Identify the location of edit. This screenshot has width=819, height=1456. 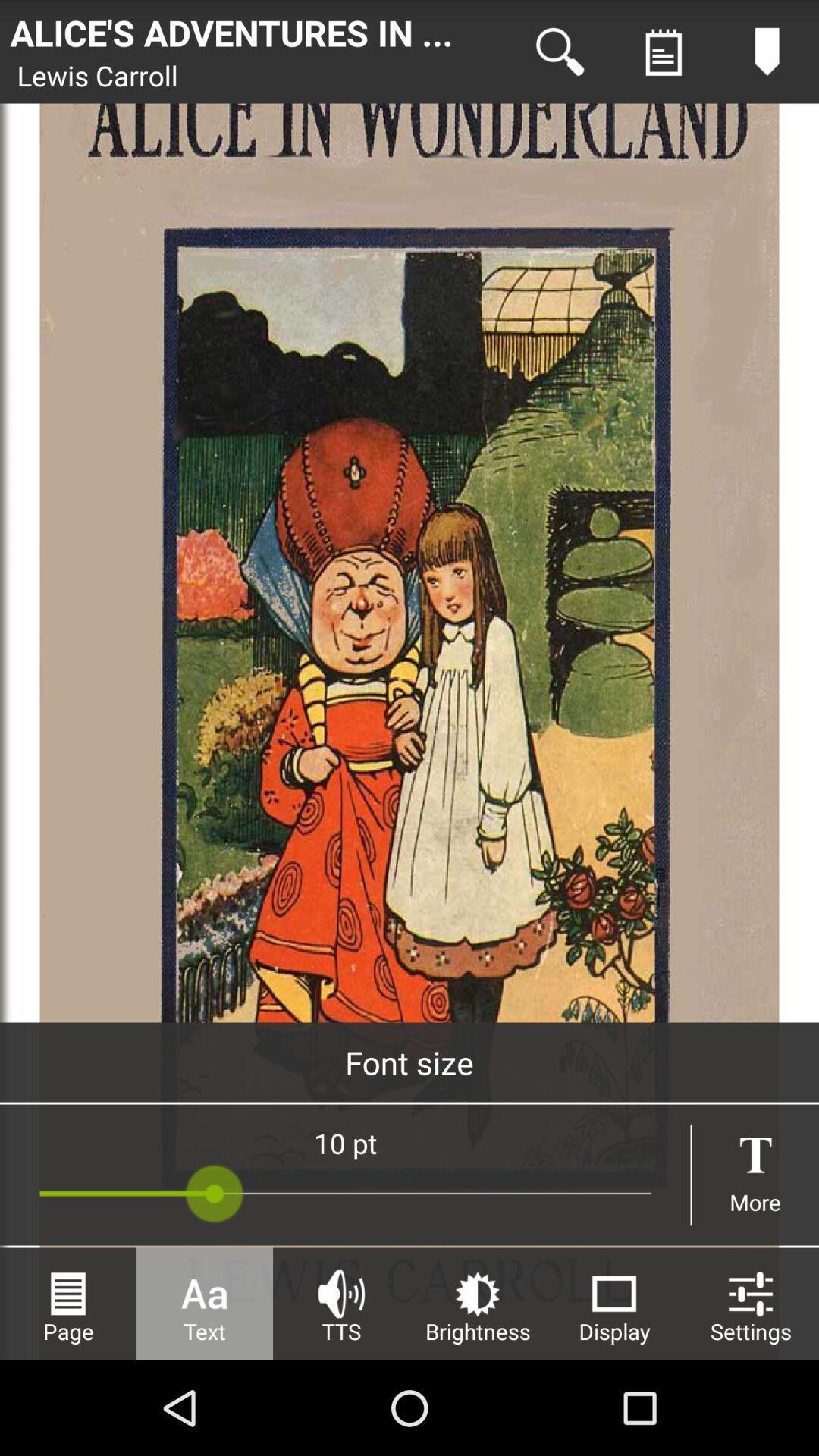
(767, 52).